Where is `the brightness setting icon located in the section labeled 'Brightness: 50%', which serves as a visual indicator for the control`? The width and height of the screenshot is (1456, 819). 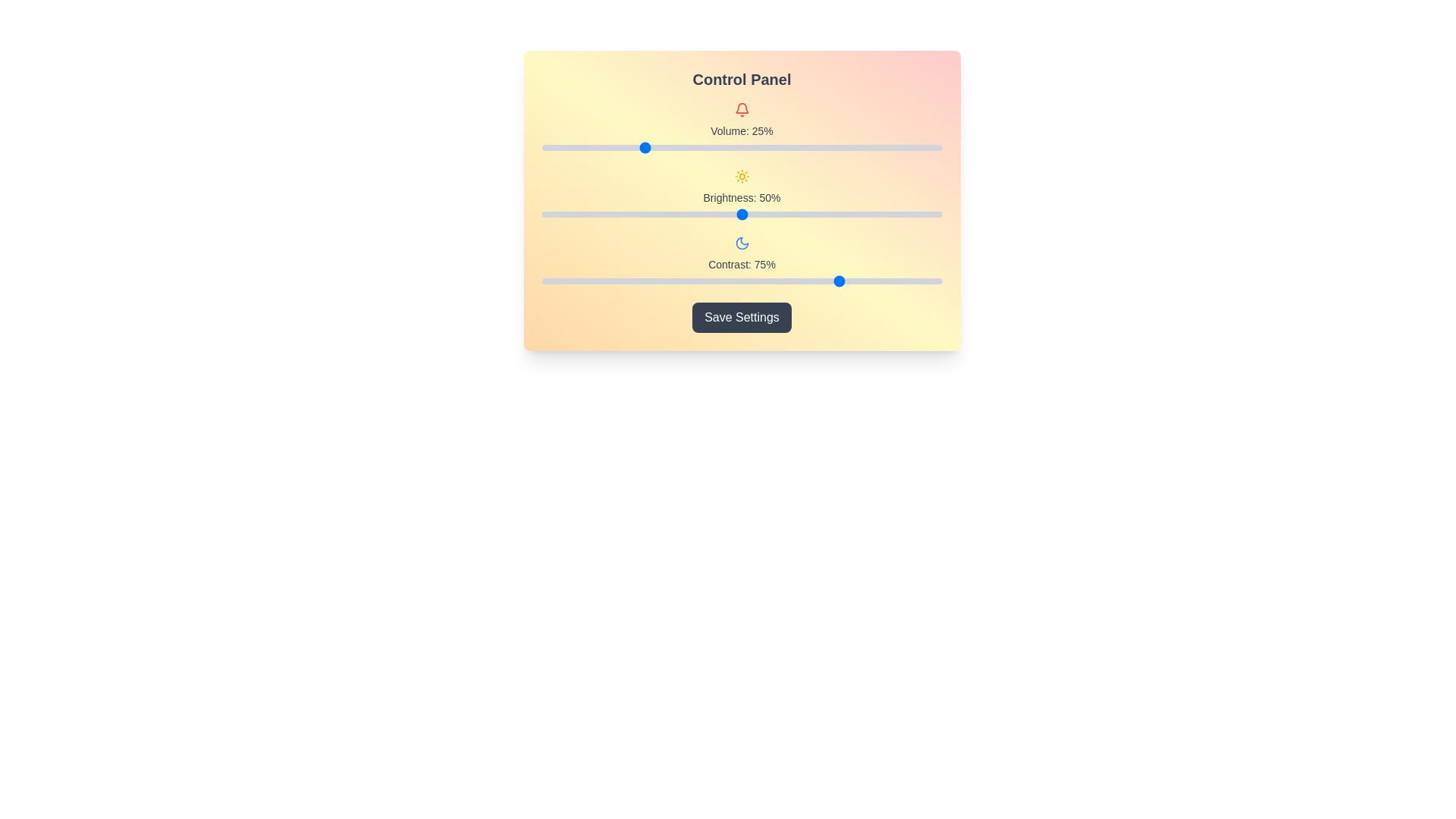
the brightness setting icon located in the section labeled 'Brightness: 50%', which serves as a visual indicator for the control is located at coordinates (742, 175).